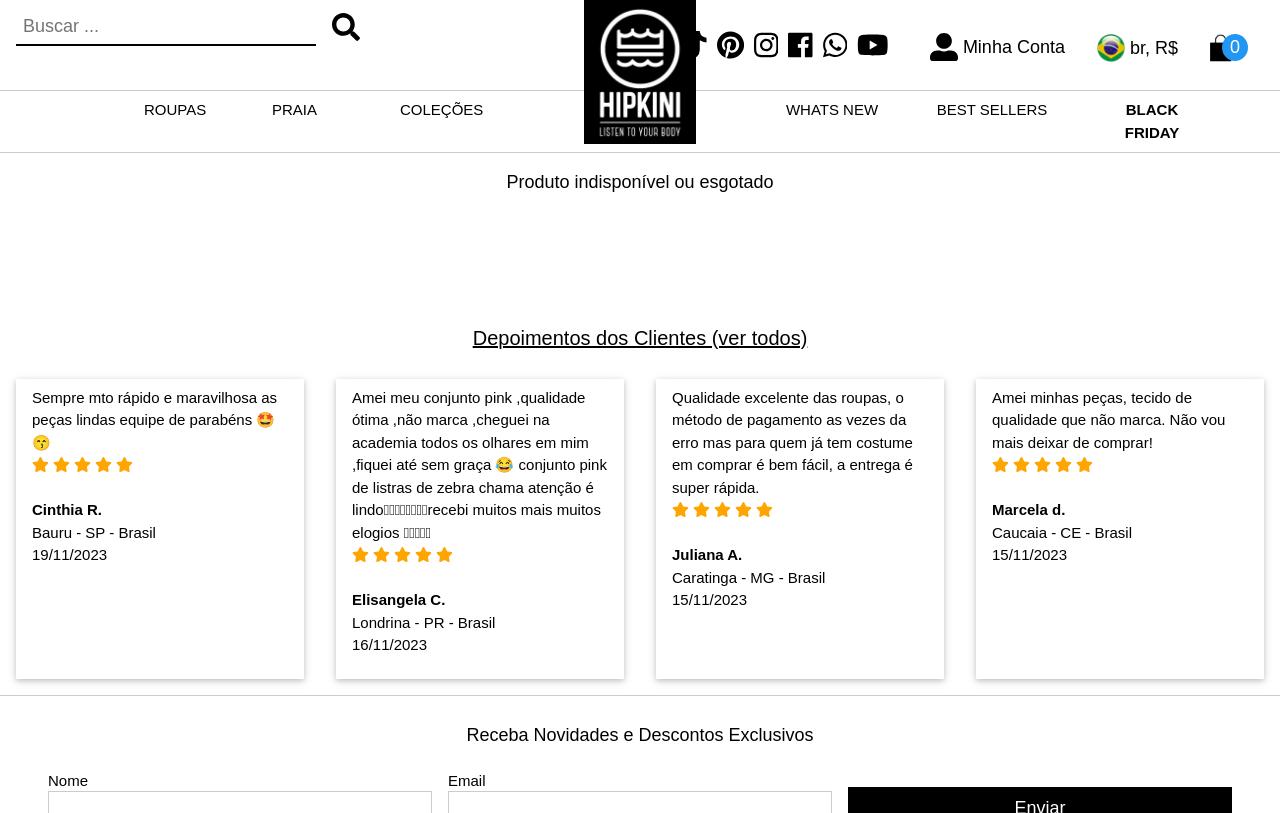 The image size is (1280, 813). I want to click on 'Depoimentos dos Clientes (ver todos)', so click(638, 335).